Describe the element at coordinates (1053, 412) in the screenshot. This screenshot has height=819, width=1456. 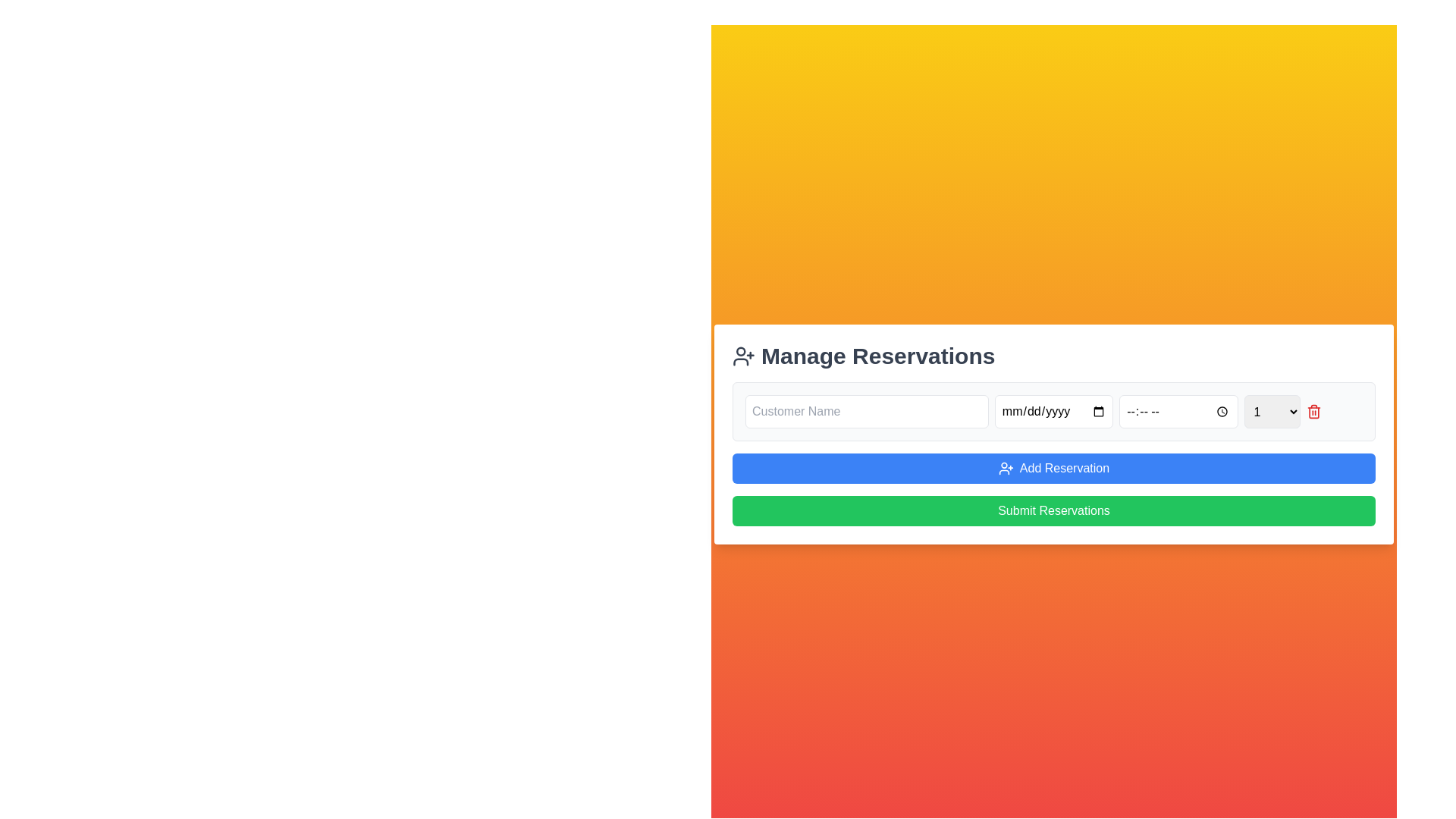
I see `the Date input field` at that location.